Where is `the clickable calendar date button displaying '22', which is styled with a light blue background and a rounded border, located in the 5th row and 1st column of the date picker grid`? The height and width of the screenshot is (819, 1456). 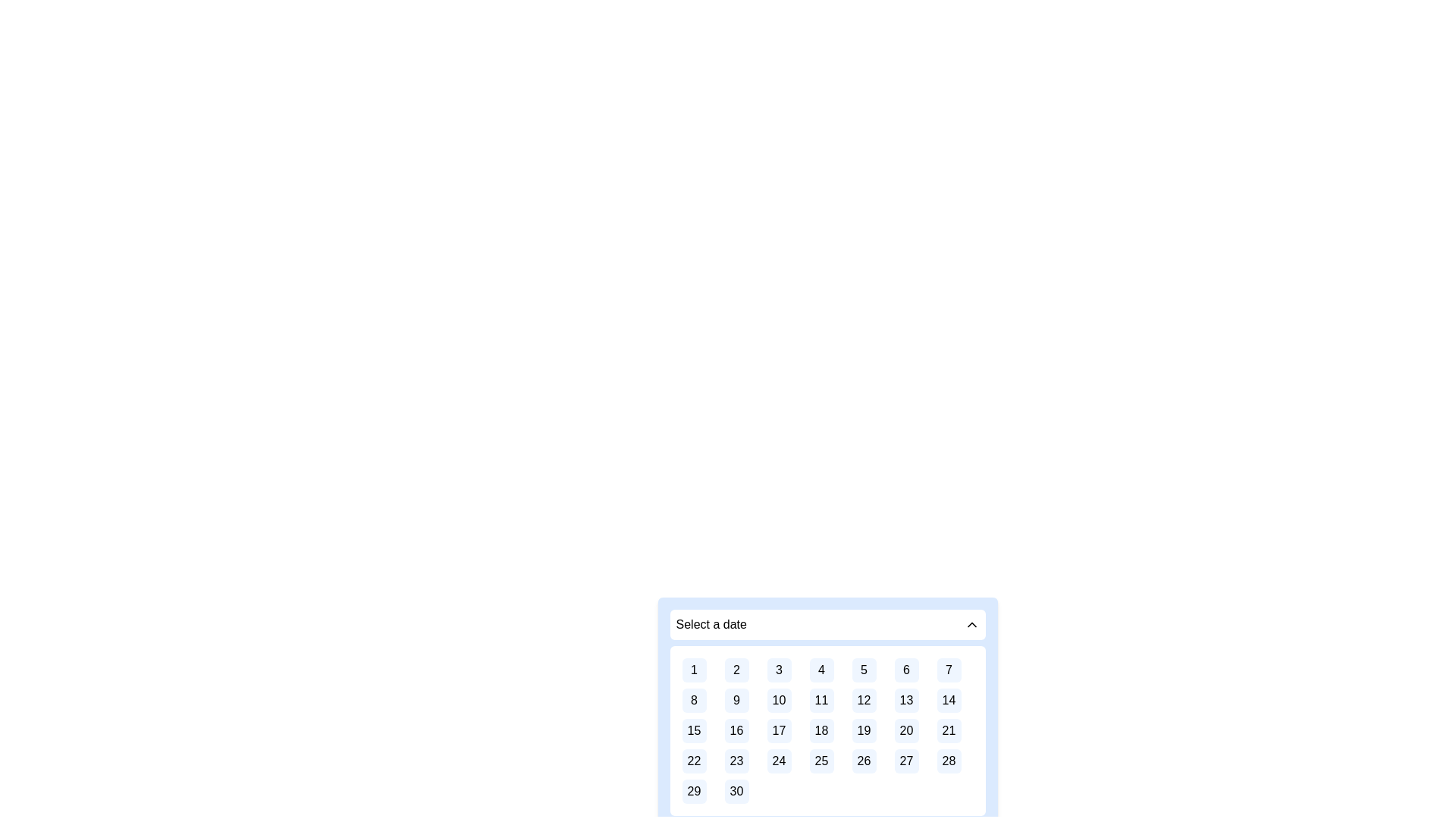 the clickable calendar date button displaying '22', which is styled with a light blue background and a rounded border, located in the 5th row and 1st column of the date picker grid is located at coordinates (693, 761).